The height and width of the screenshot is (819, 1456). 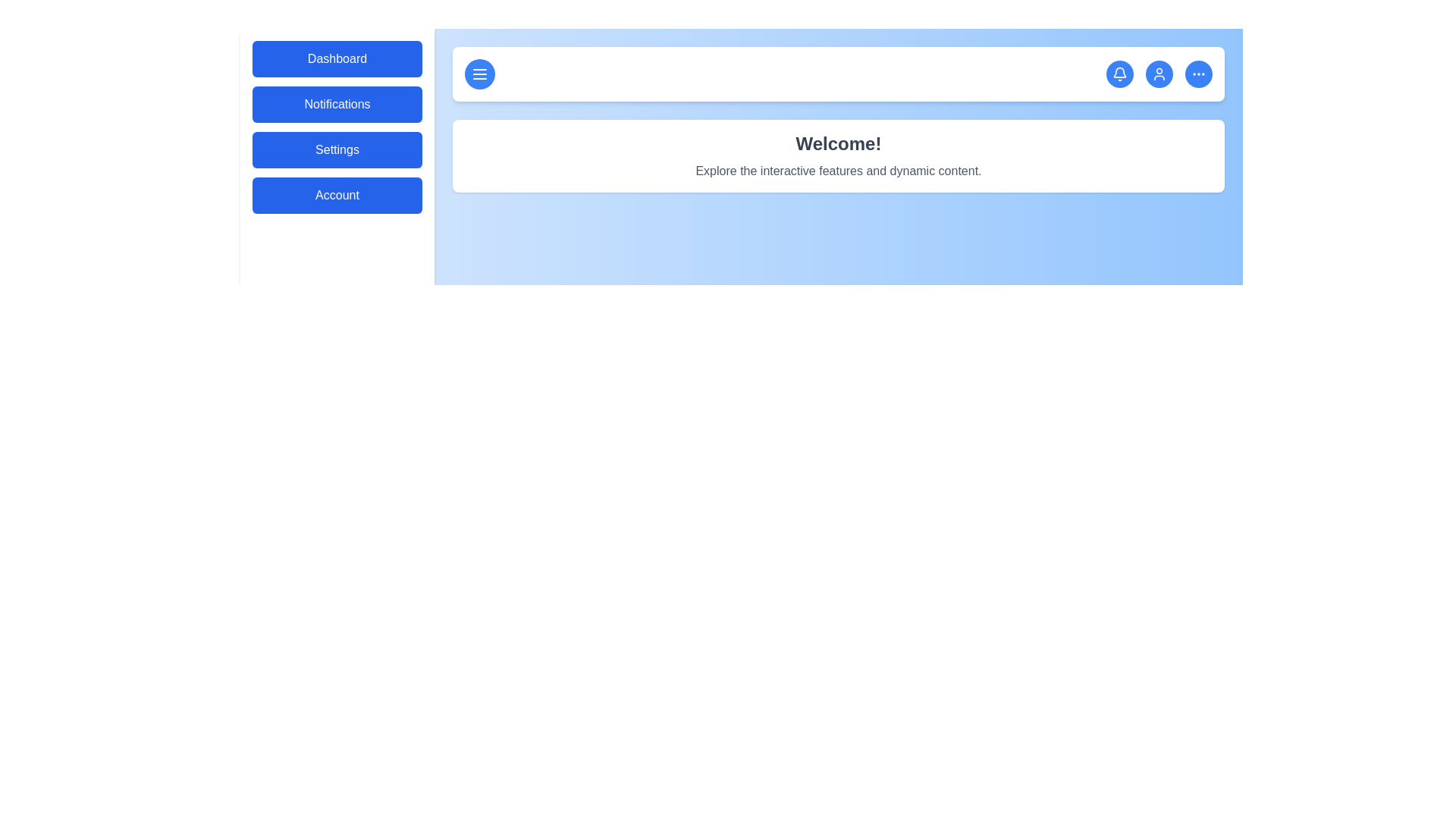 I want to click on the 'Account' menu item, so click(x=337, y=195).